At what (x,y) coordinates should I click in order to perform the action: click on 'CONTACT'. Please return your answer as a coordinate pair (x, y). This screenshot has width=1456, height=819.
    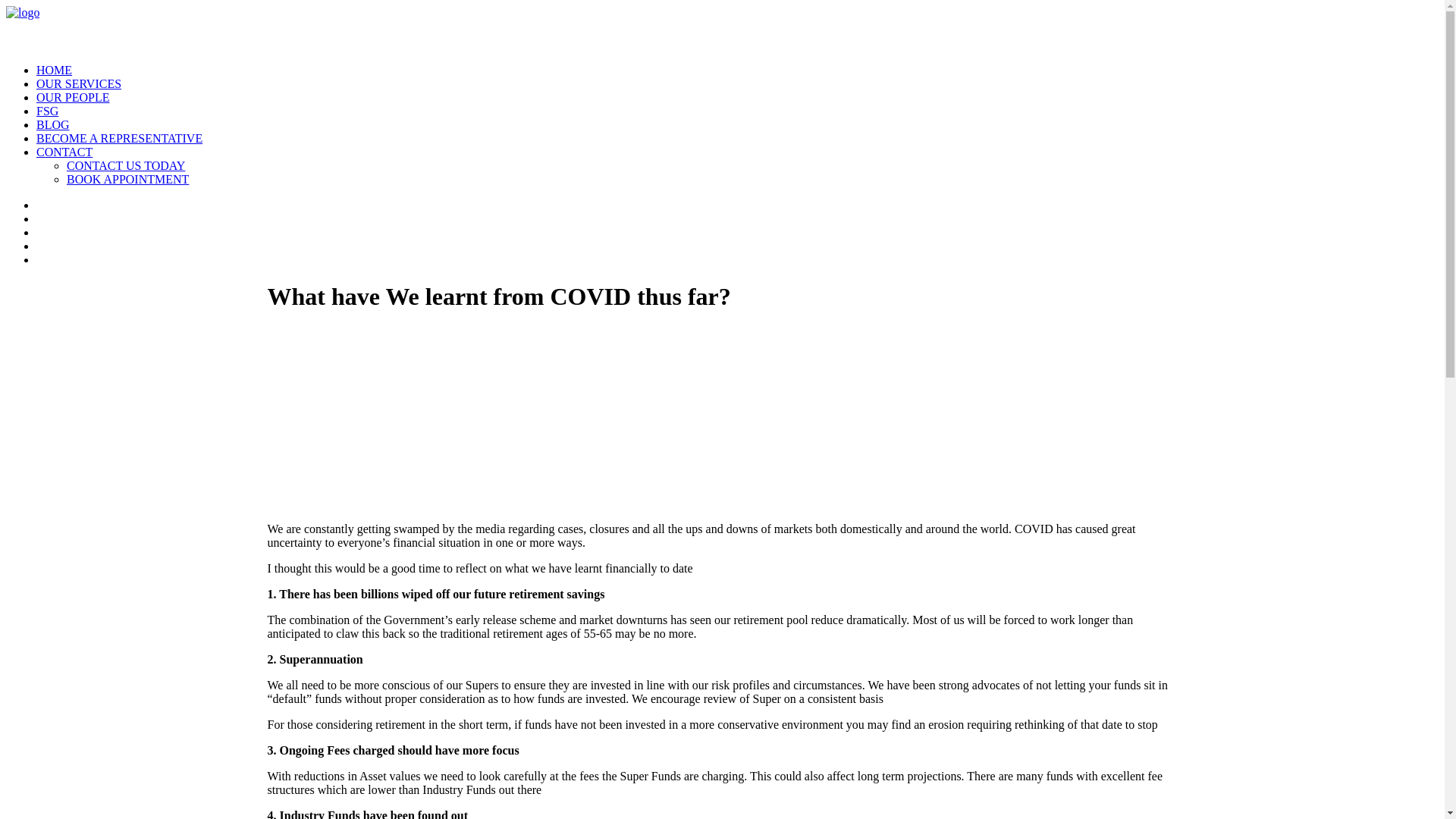
    Looking at the image, I should click on (64, 152).